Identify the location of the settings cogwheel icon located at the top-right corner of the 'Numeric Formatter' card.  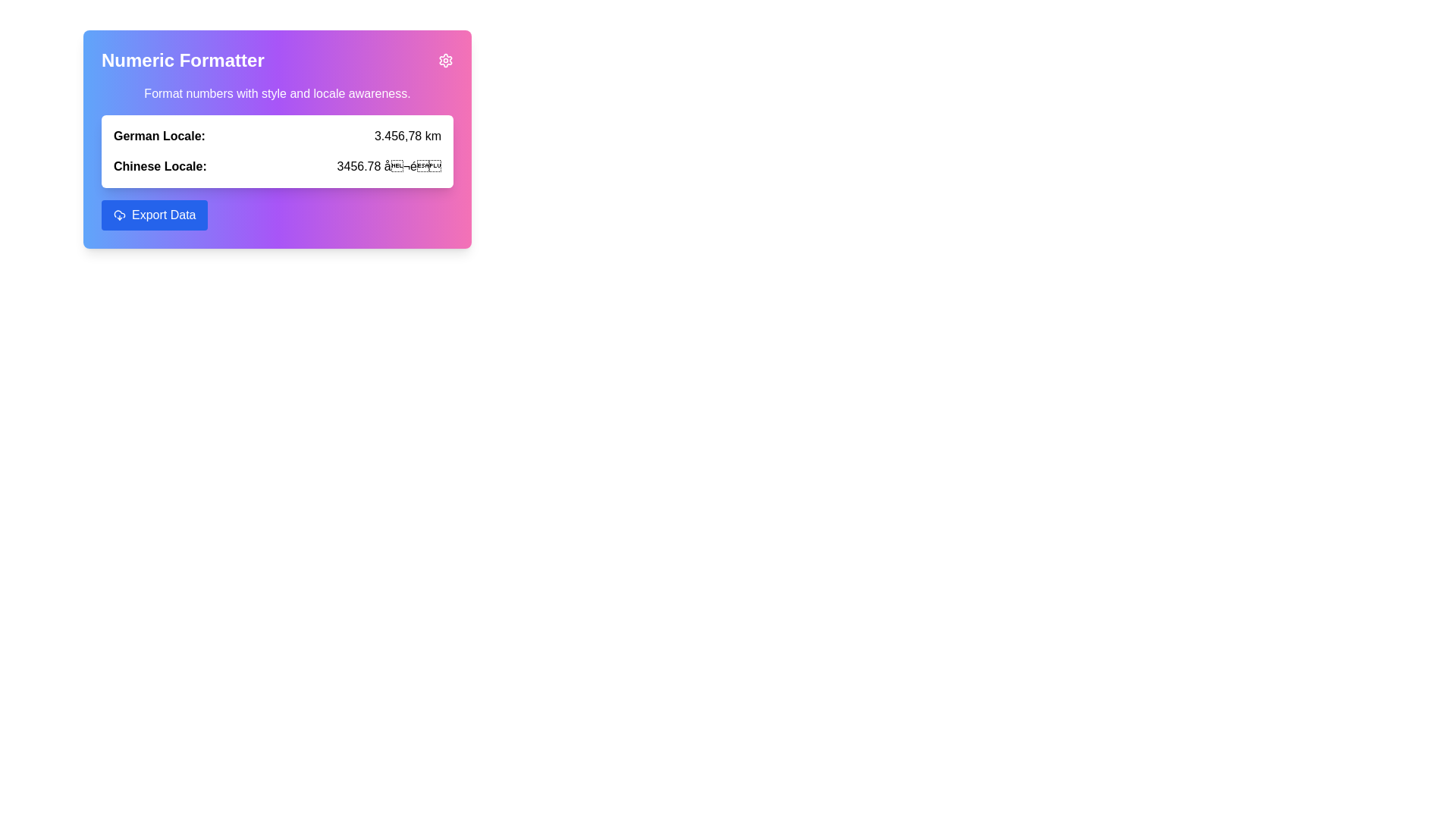
(445, 60).